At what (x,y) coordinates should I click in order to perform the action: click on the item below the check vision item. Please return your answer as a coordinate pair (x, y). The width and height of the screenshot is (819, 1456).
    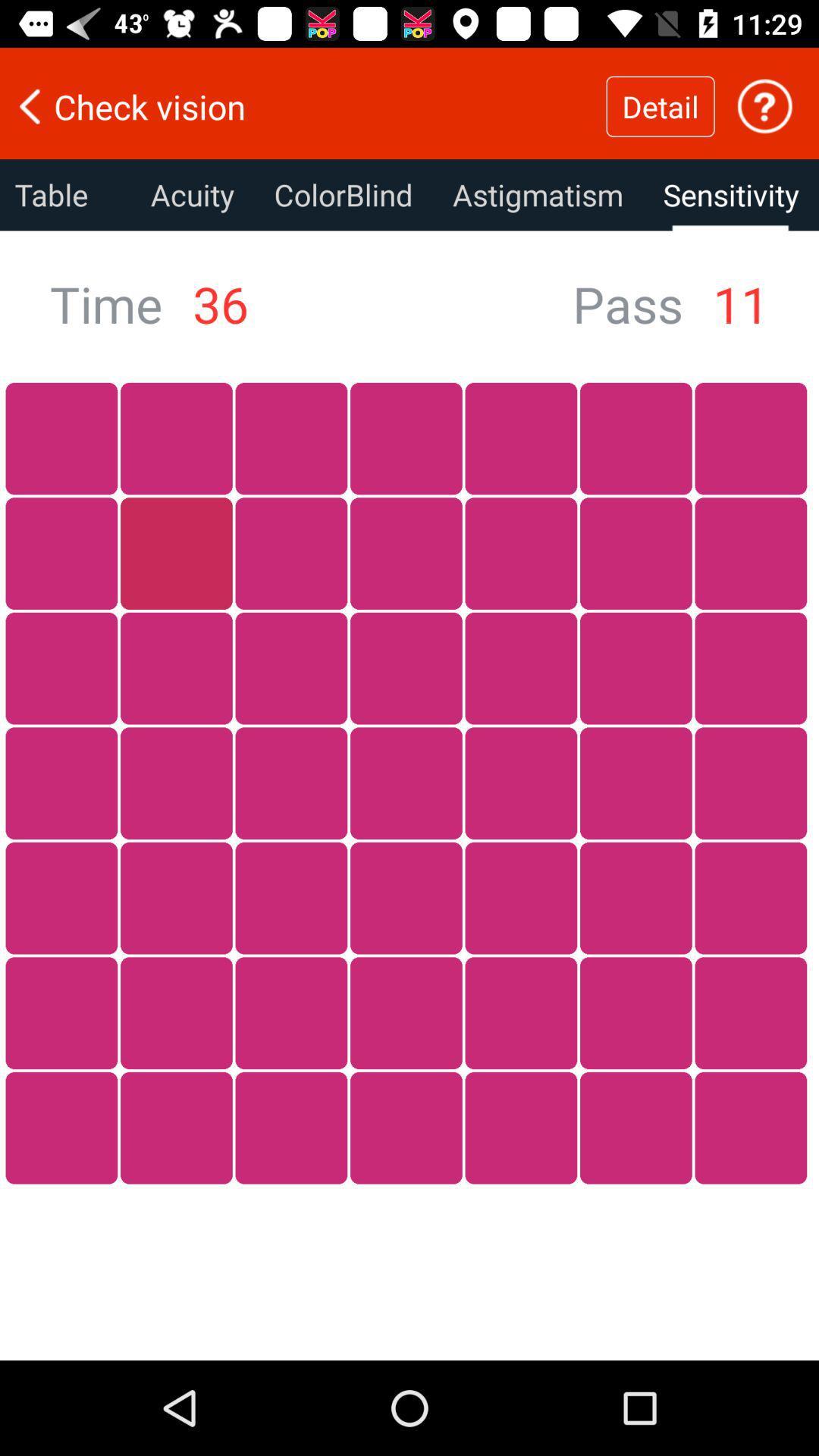
    Looking at the image, I should click on (64, 194).